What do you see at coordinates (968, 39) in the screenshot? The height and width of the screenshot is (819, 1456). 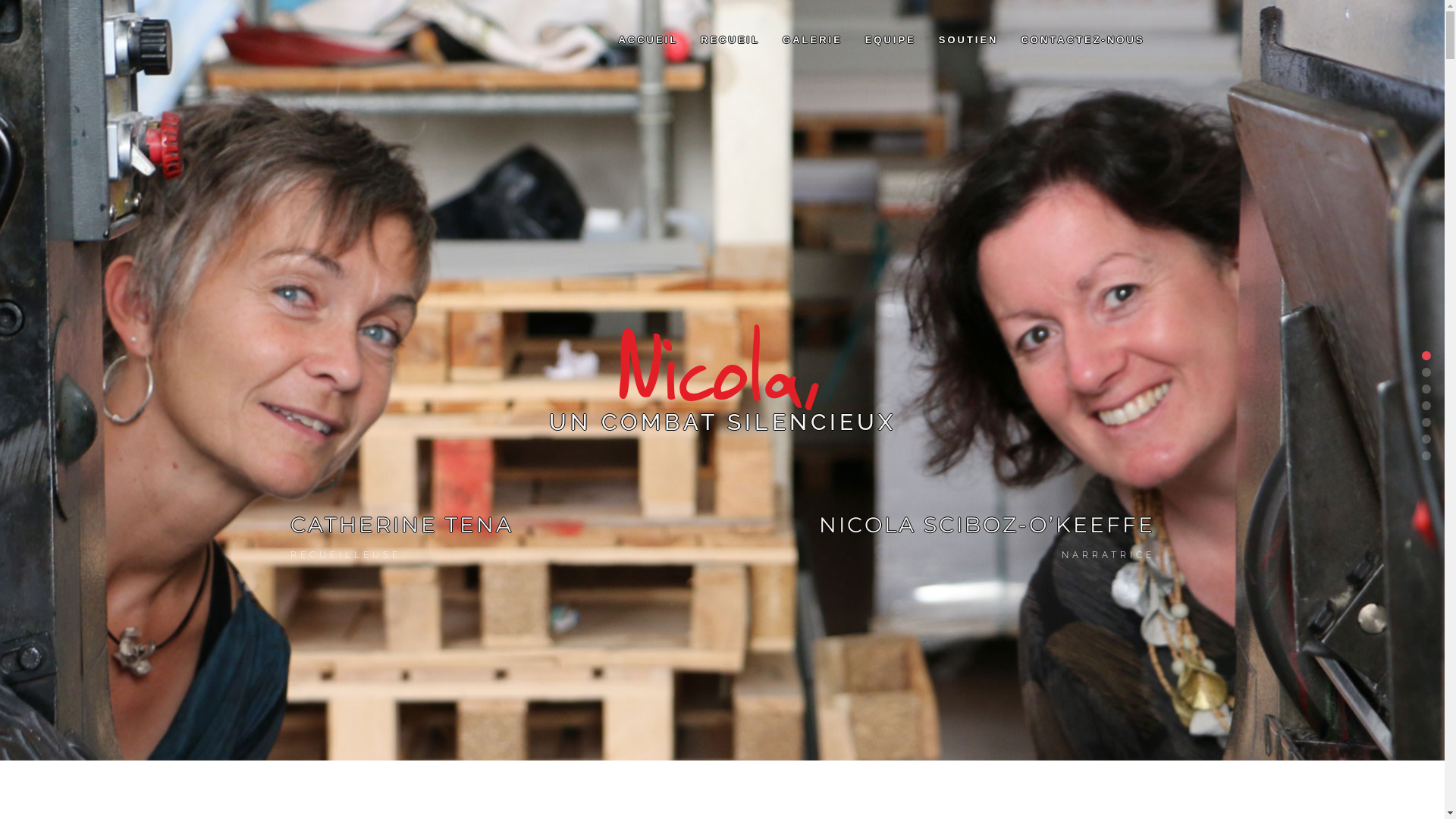 I see `'SOUTIEN'` at bounding box center [968, 39].